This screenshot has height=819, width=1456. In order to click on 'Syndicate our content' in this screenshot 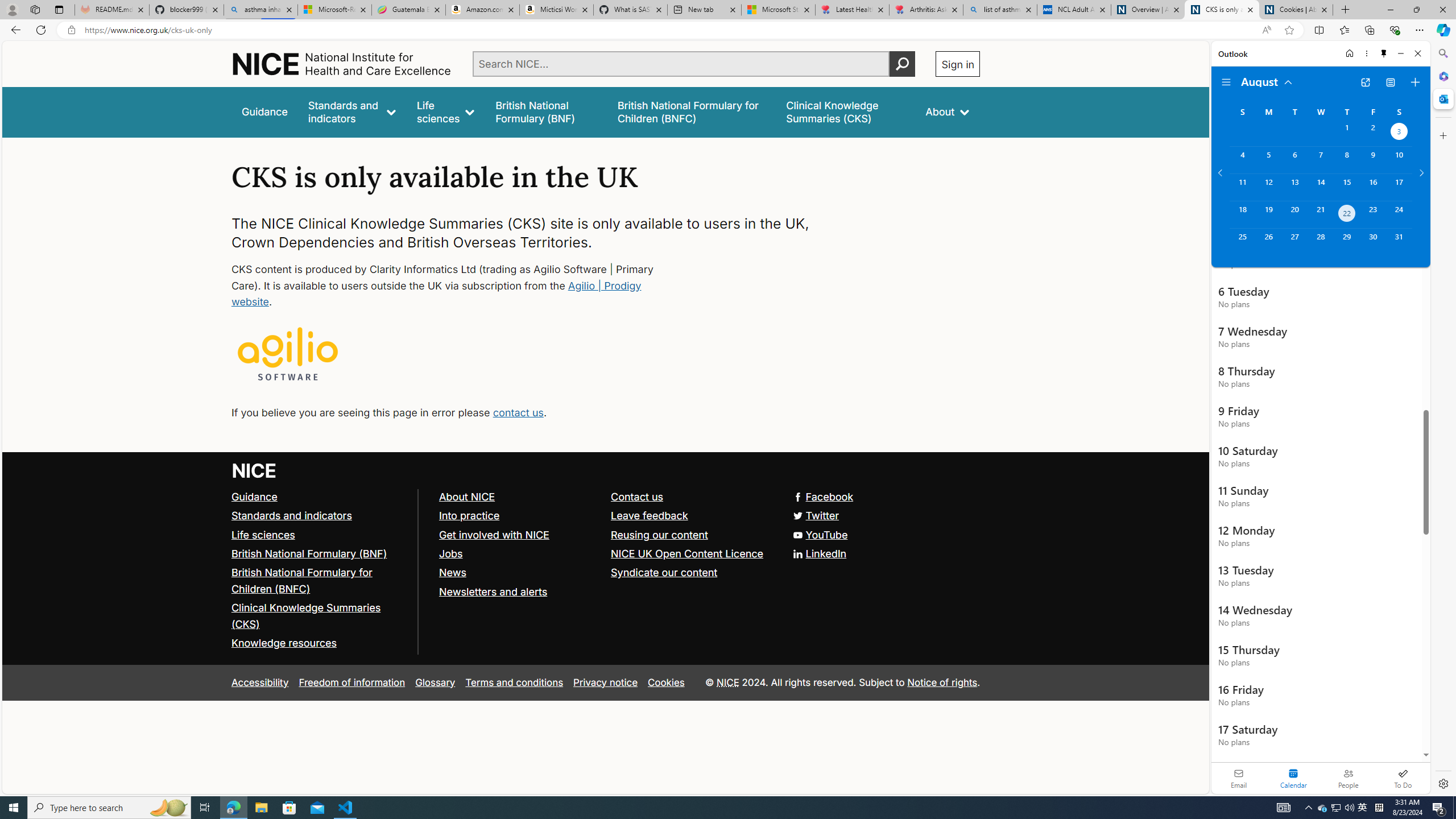, I will do `click(692, 573)`.